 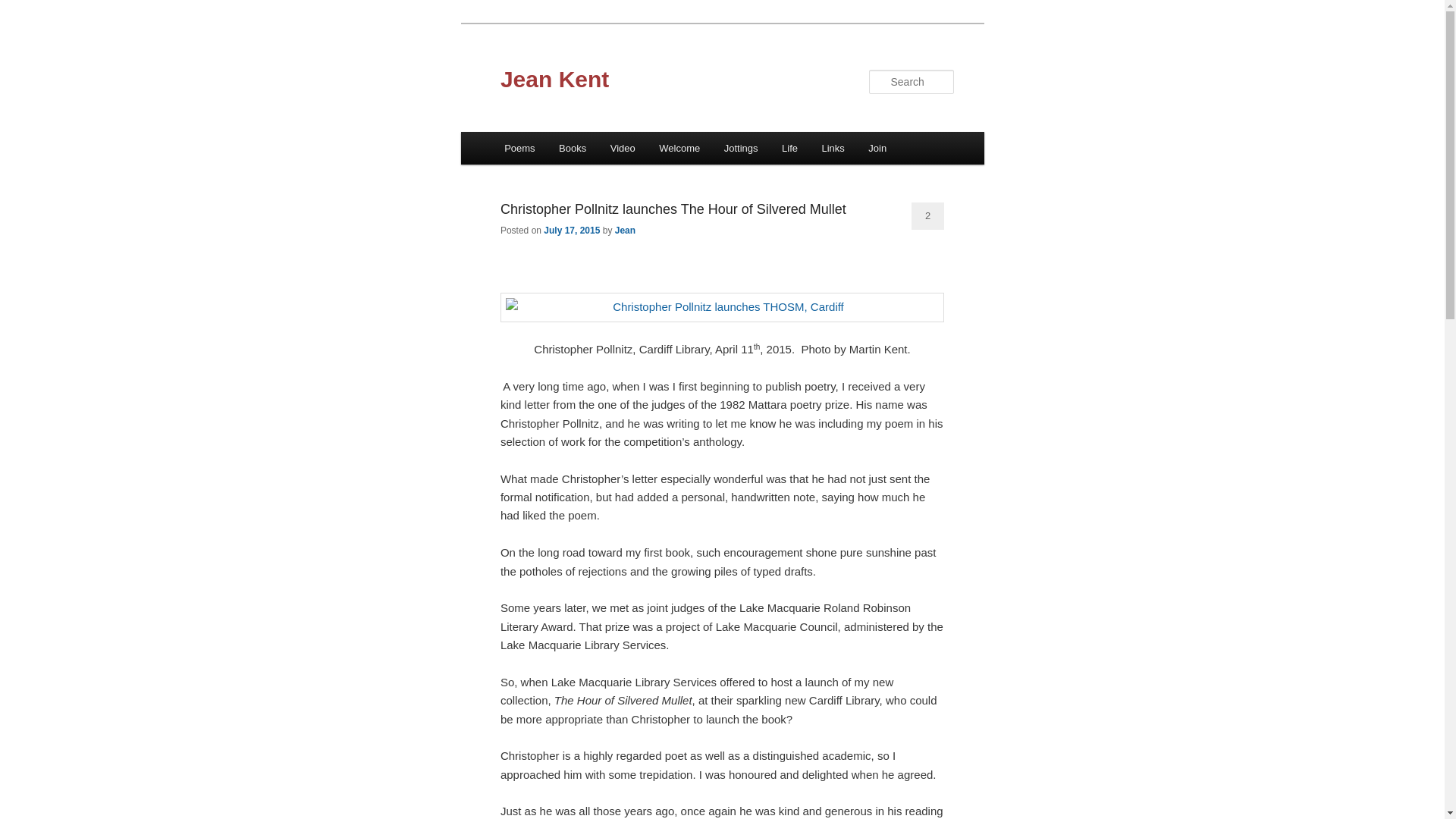 What do you see at coordinates (833, 148) in the screenshot?
I see `'Links'` at bounding box center [833, 148].